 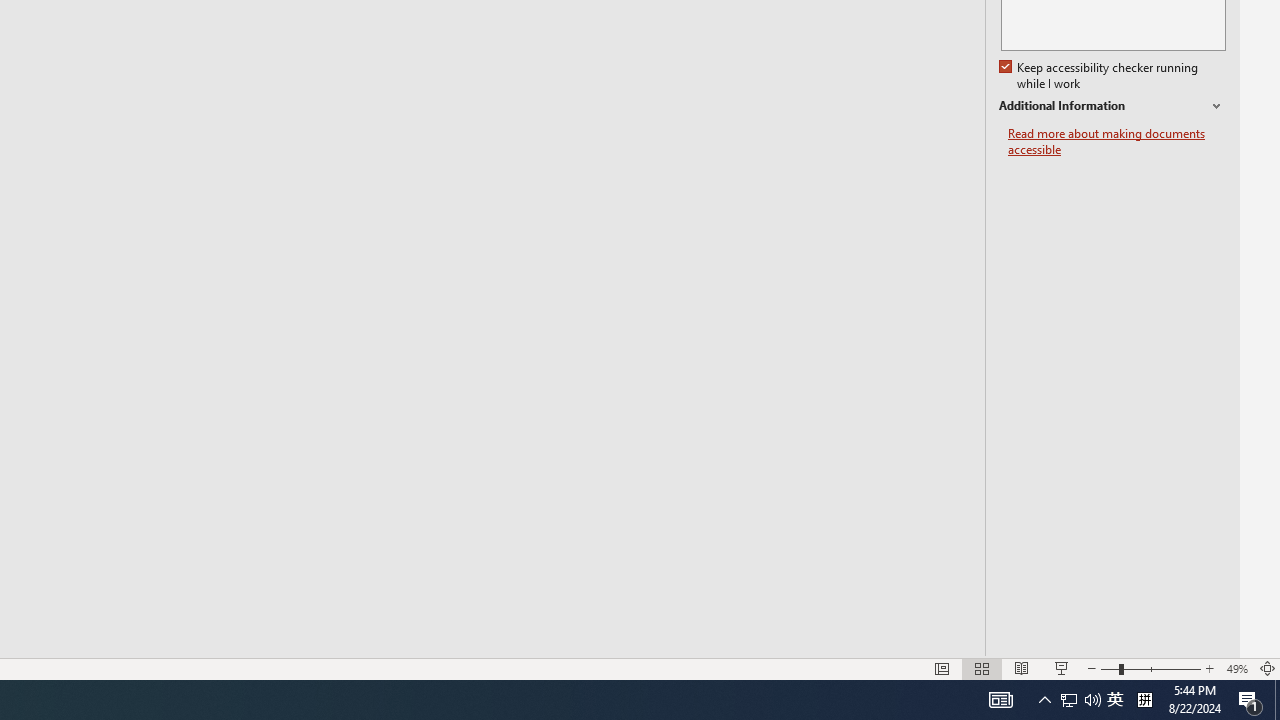 I want to click on 'Zoom', so click(x=1150, y=669).